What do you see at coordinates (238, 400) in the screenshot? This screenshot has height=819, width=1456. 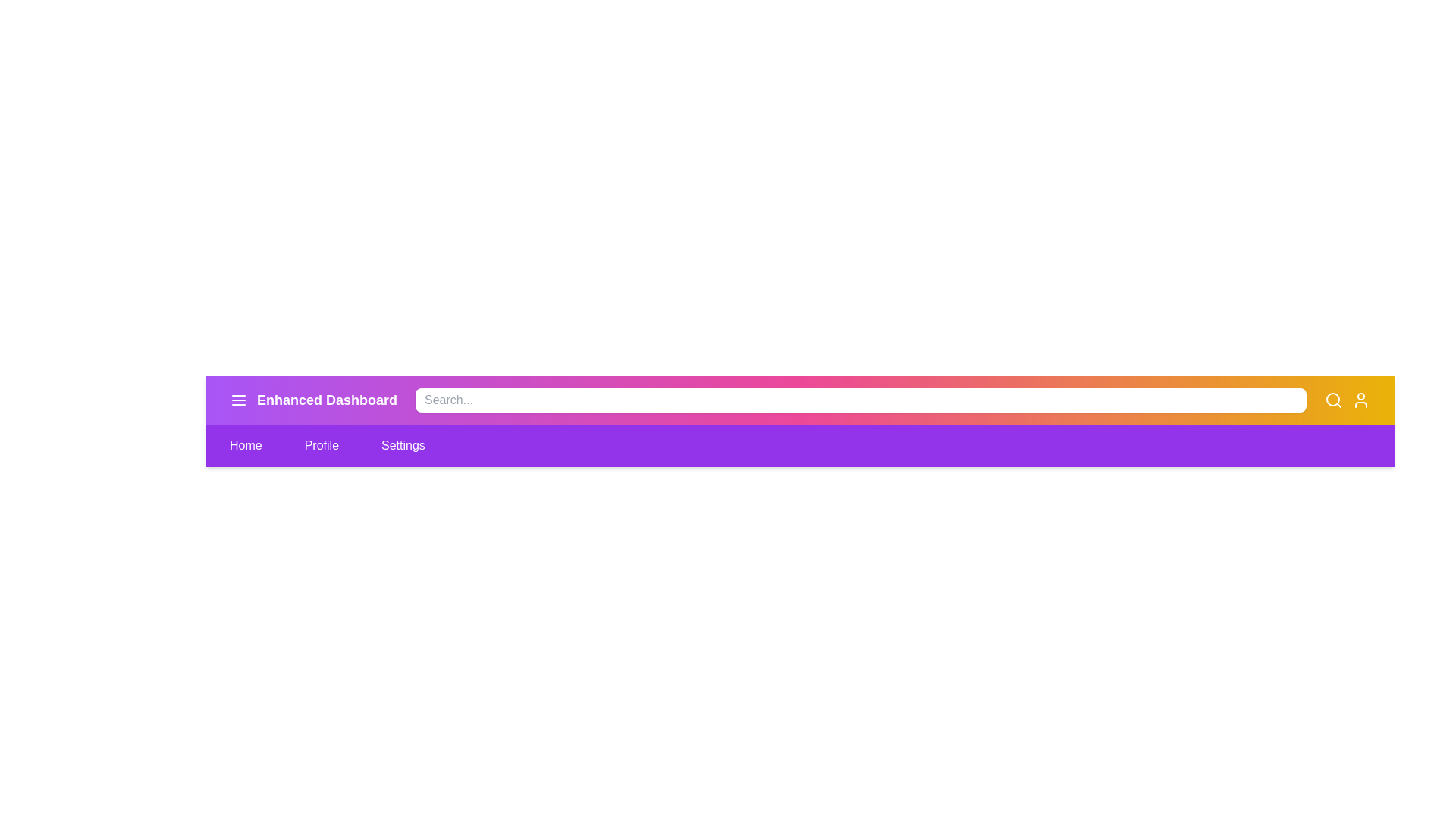 I see `the menu icon to expand the menu` at bounding box center [238, 400].